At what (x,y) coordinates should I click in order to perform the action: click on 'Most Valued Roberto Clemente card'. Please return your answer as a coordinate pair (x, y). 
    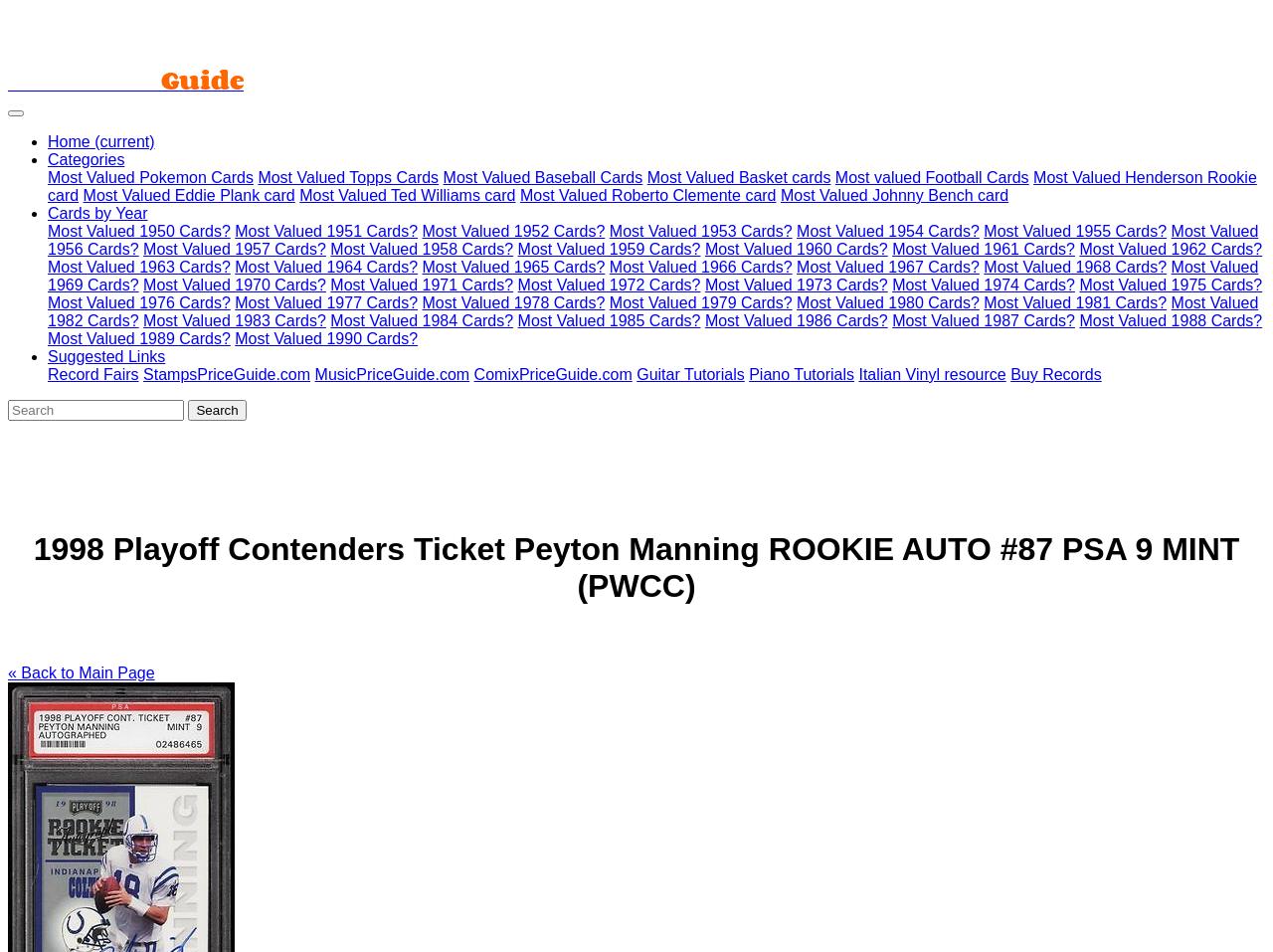
    Looking at the image, I should click on (647, 194).